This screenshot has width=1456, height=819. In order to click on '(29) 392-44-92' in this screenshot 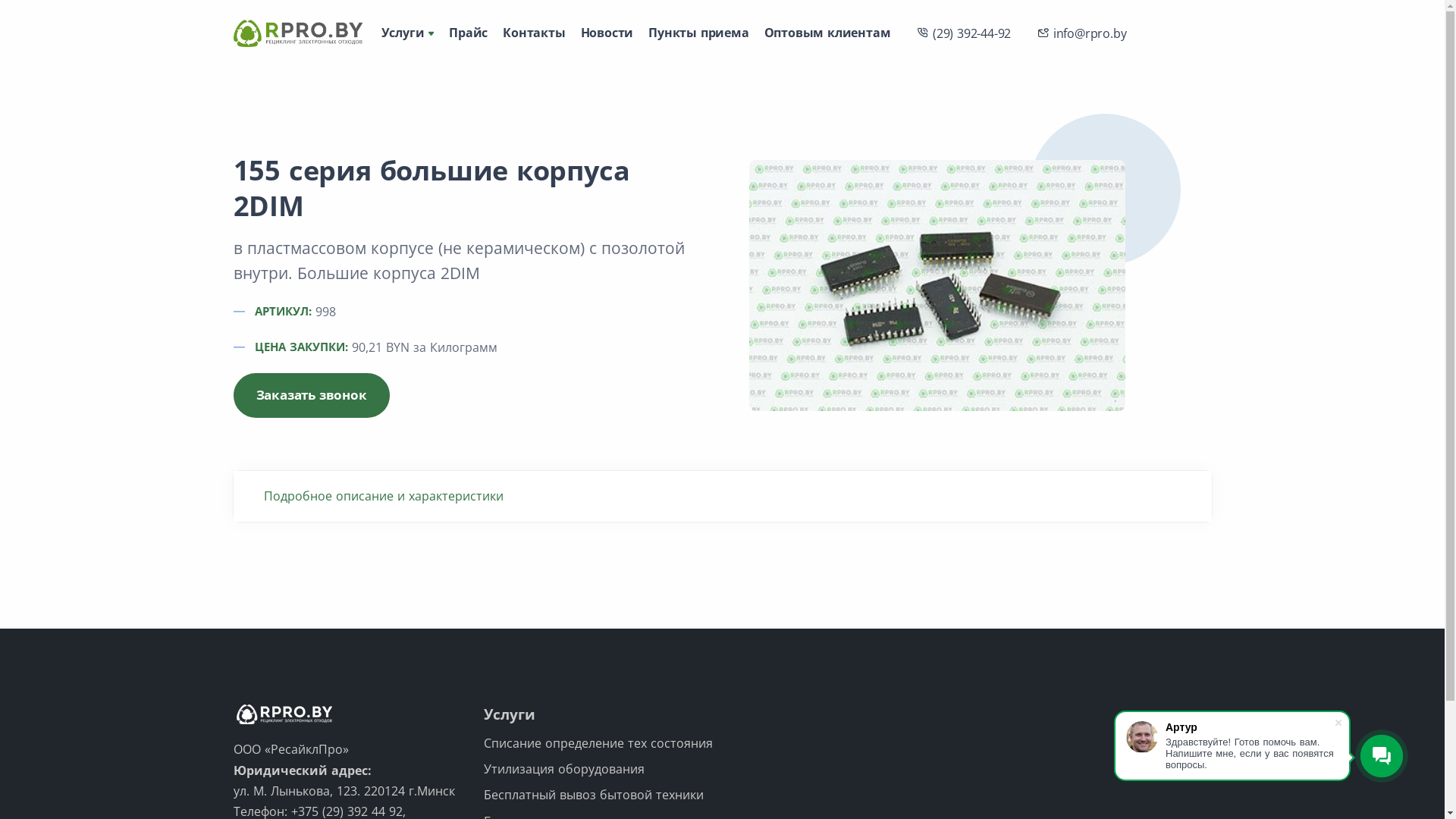, I will do `click(909, 33)`.